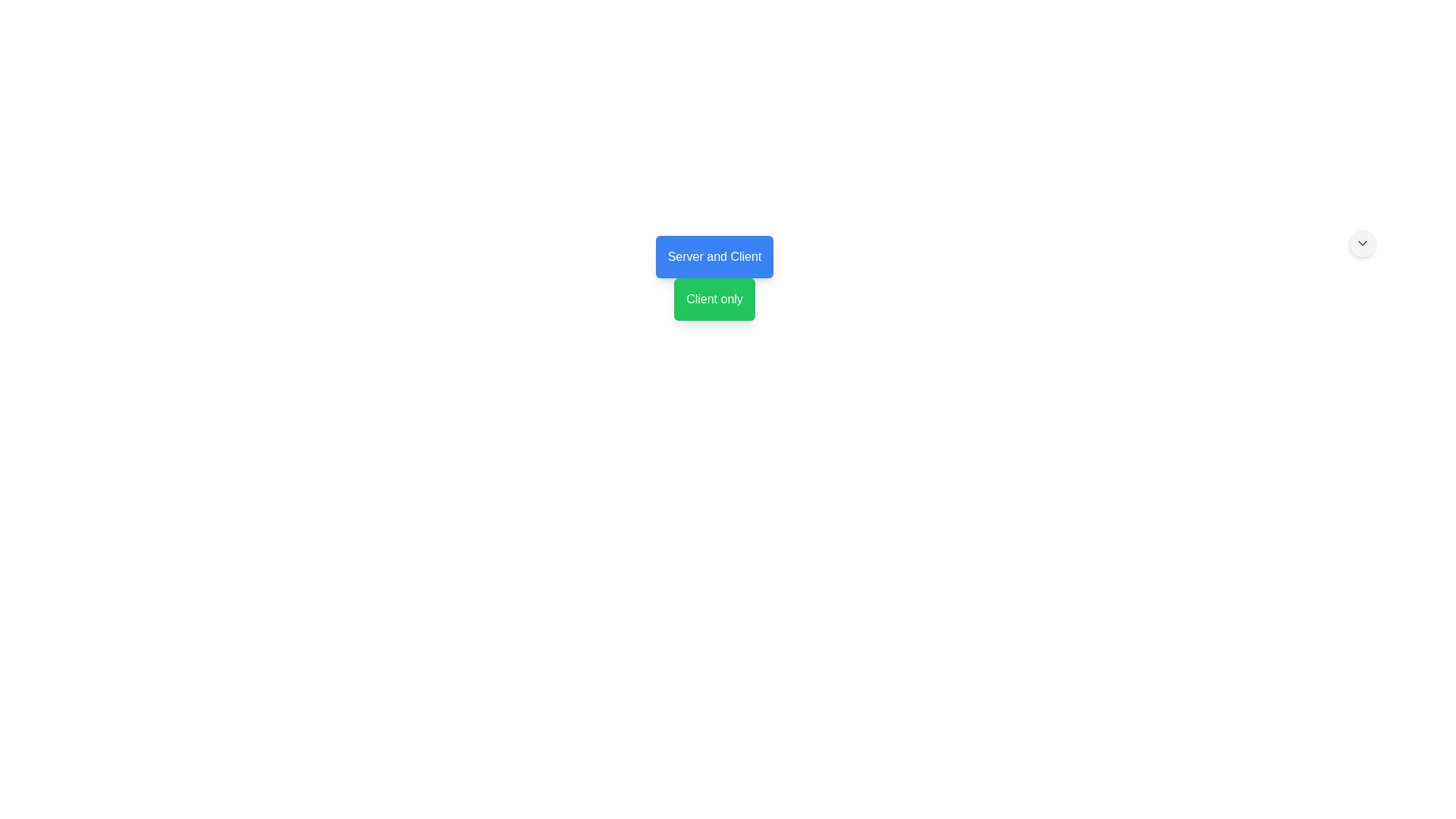 The image size is (1456, 819). Describe the element at coordinates (1362, 242) in the screenshot. I see `the gray chevron icon in the top-right corner of the interface` at that location.